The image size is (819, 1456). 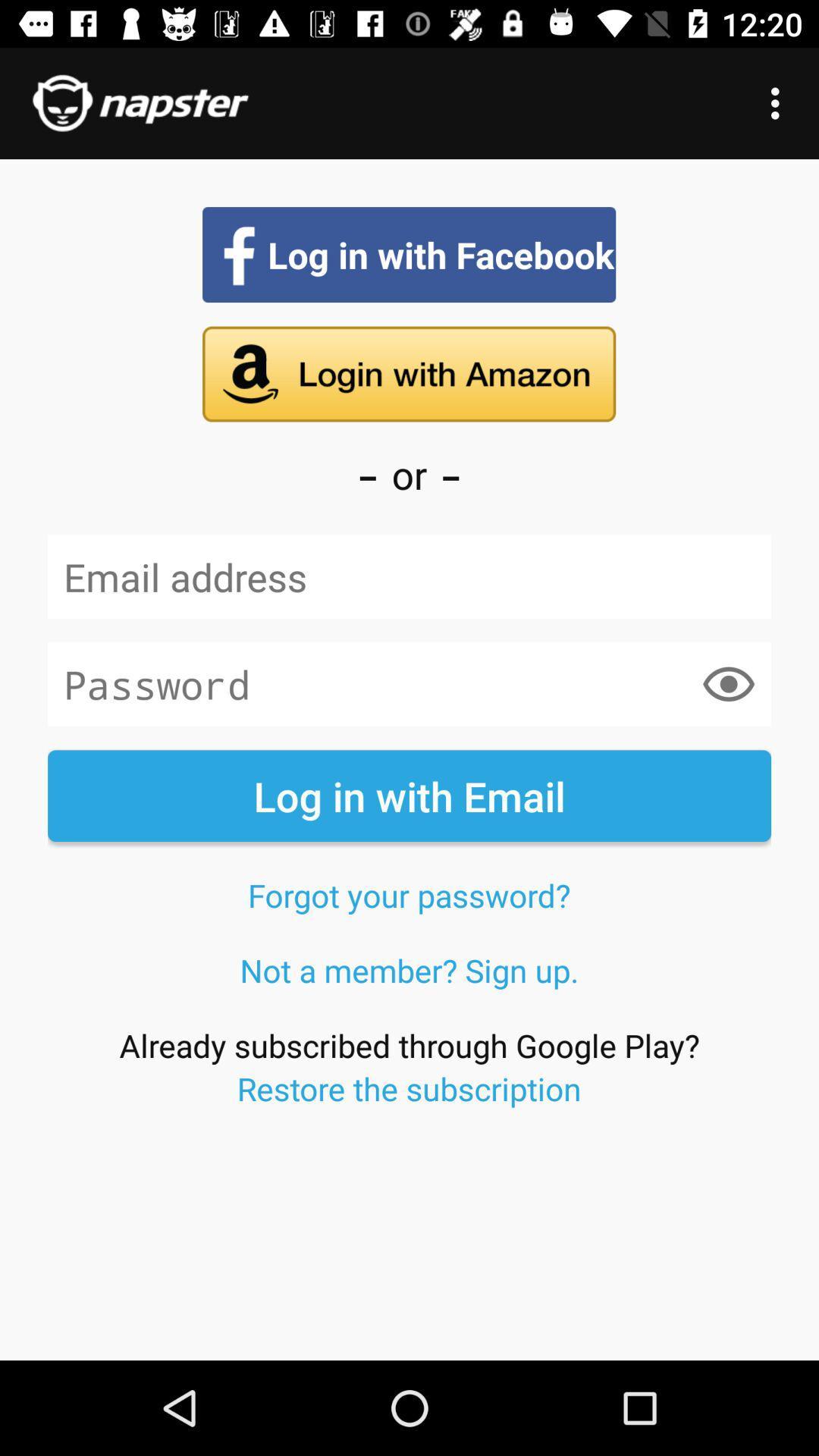 I want to click on the item below the or icon, so click(x=409, y=576).